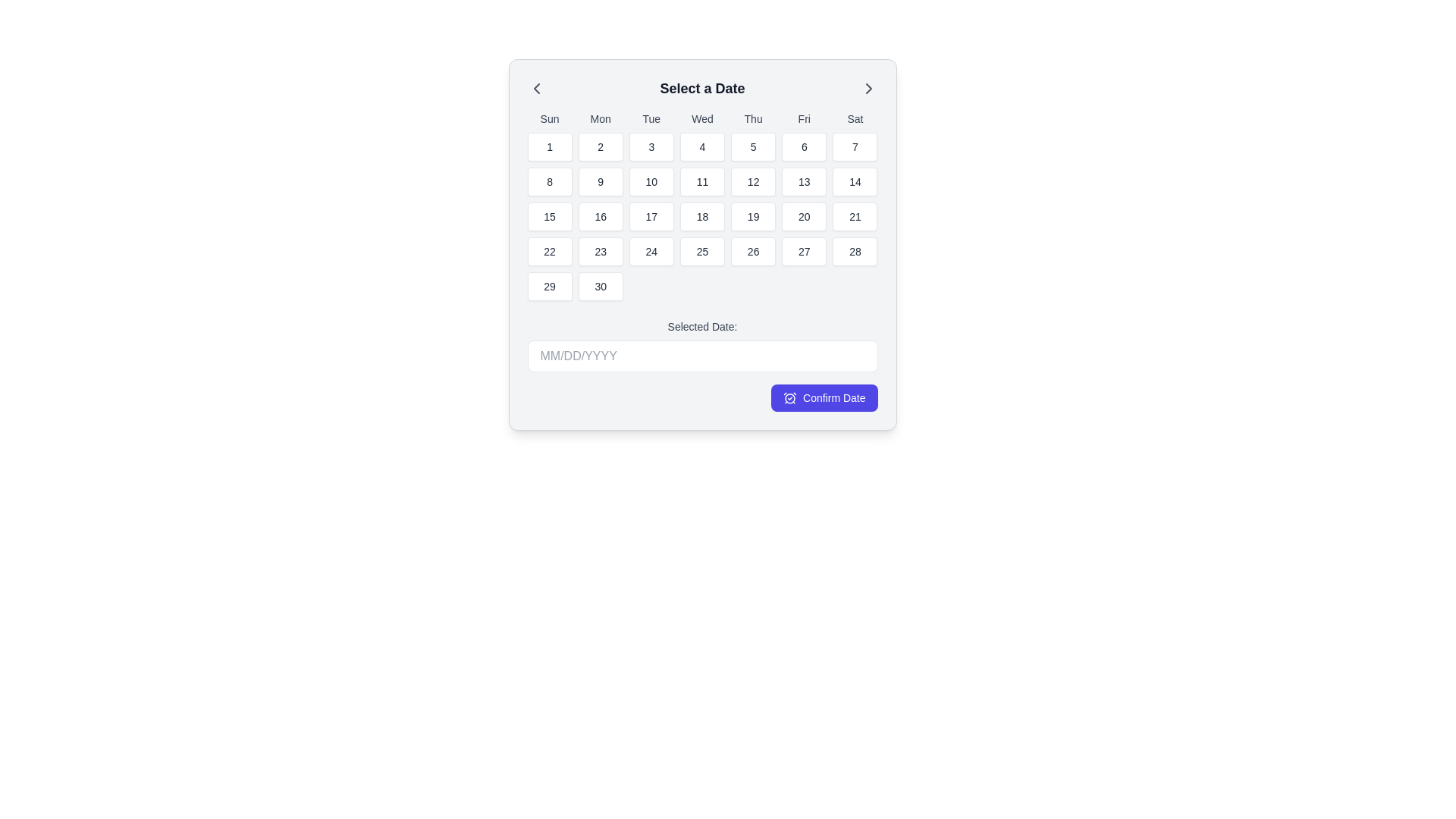 Image resolution: width=1456 pixels, height=819 pixels. I want to click on the clock icon with a checkmark overlay, which is located within the 'Confirm Date' button that has a blue background, so click(789, 397).